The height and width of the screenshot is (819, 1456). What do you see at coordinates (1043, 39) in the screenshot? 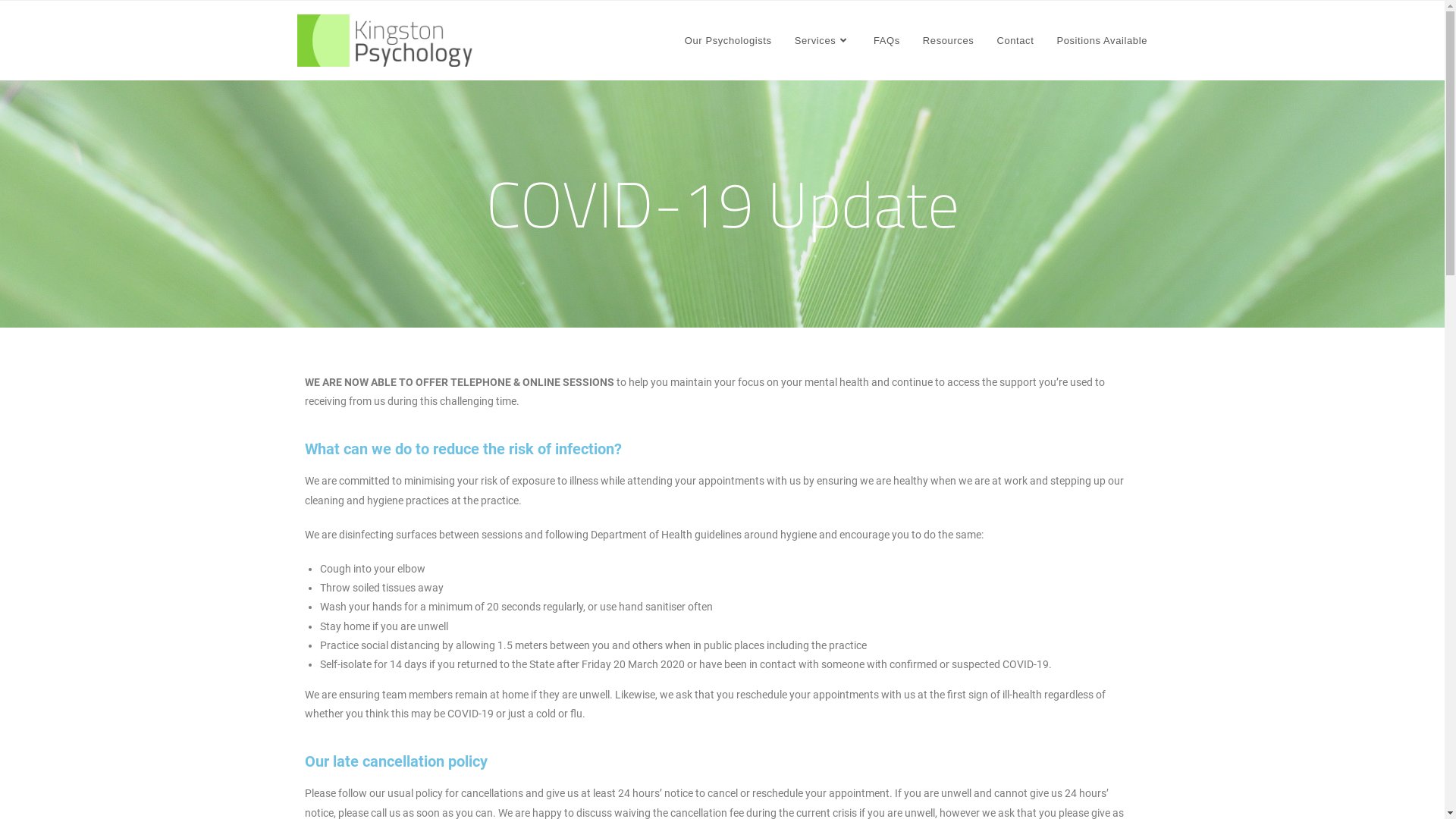
I see `'Positions Available'` at bounding box center [1043, 39].